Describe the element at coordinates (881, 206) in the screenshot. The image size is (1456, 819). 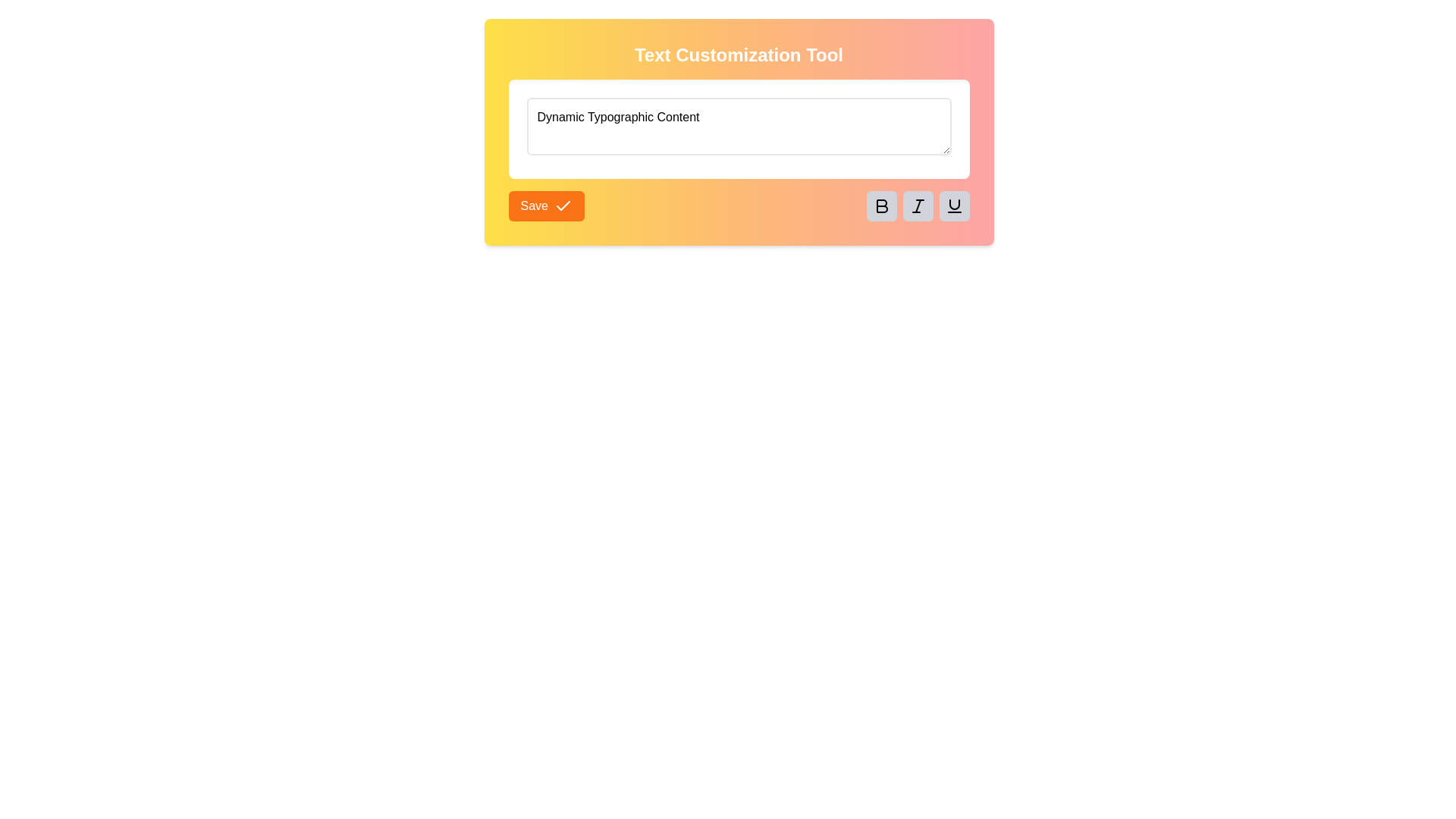
I see `the bold 'B' icon in the formatting toolbar to apply bold styling to the selected text content` at that location.